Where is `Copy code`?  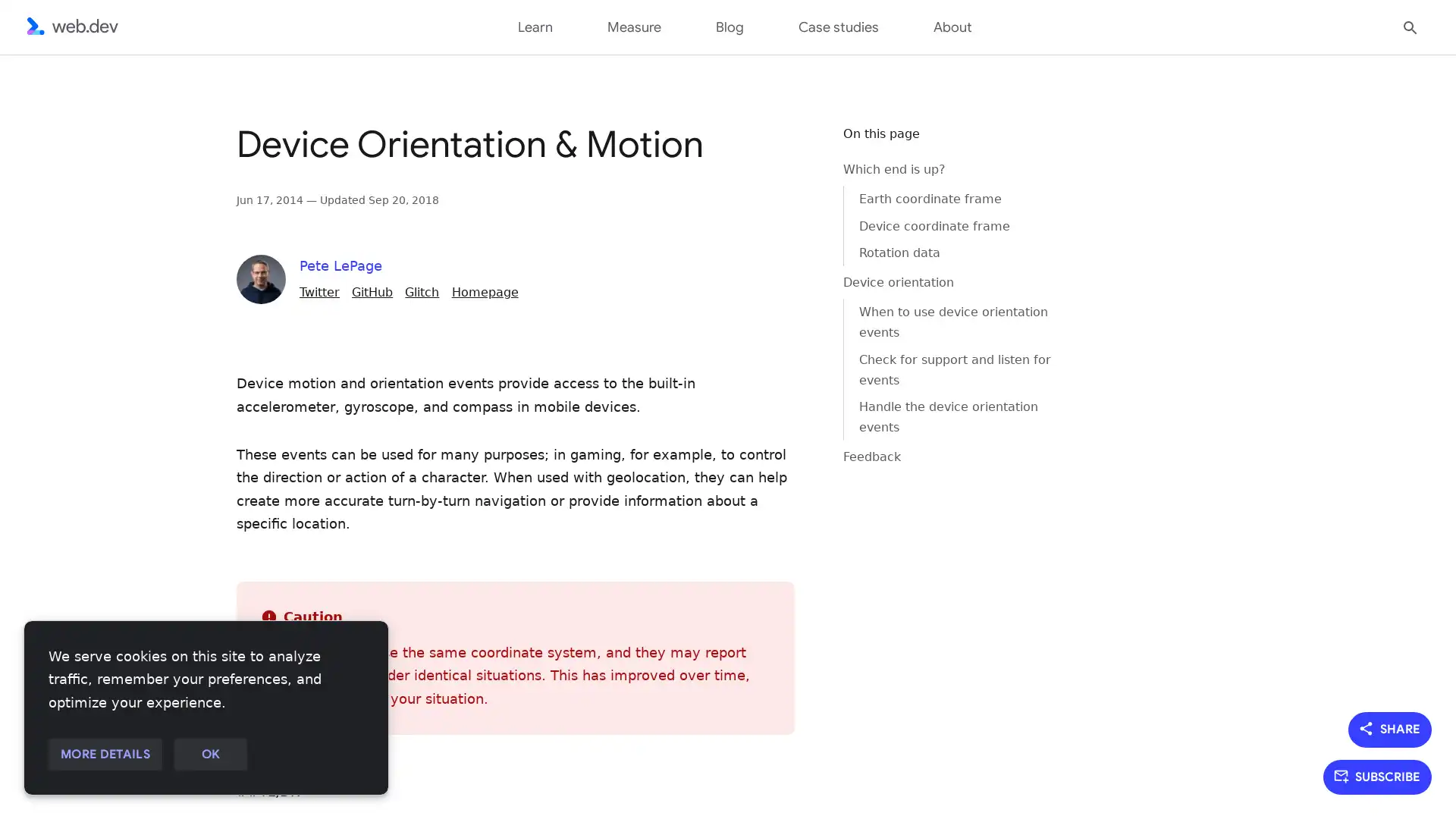
Copy code is located at coordinates (793, 146).